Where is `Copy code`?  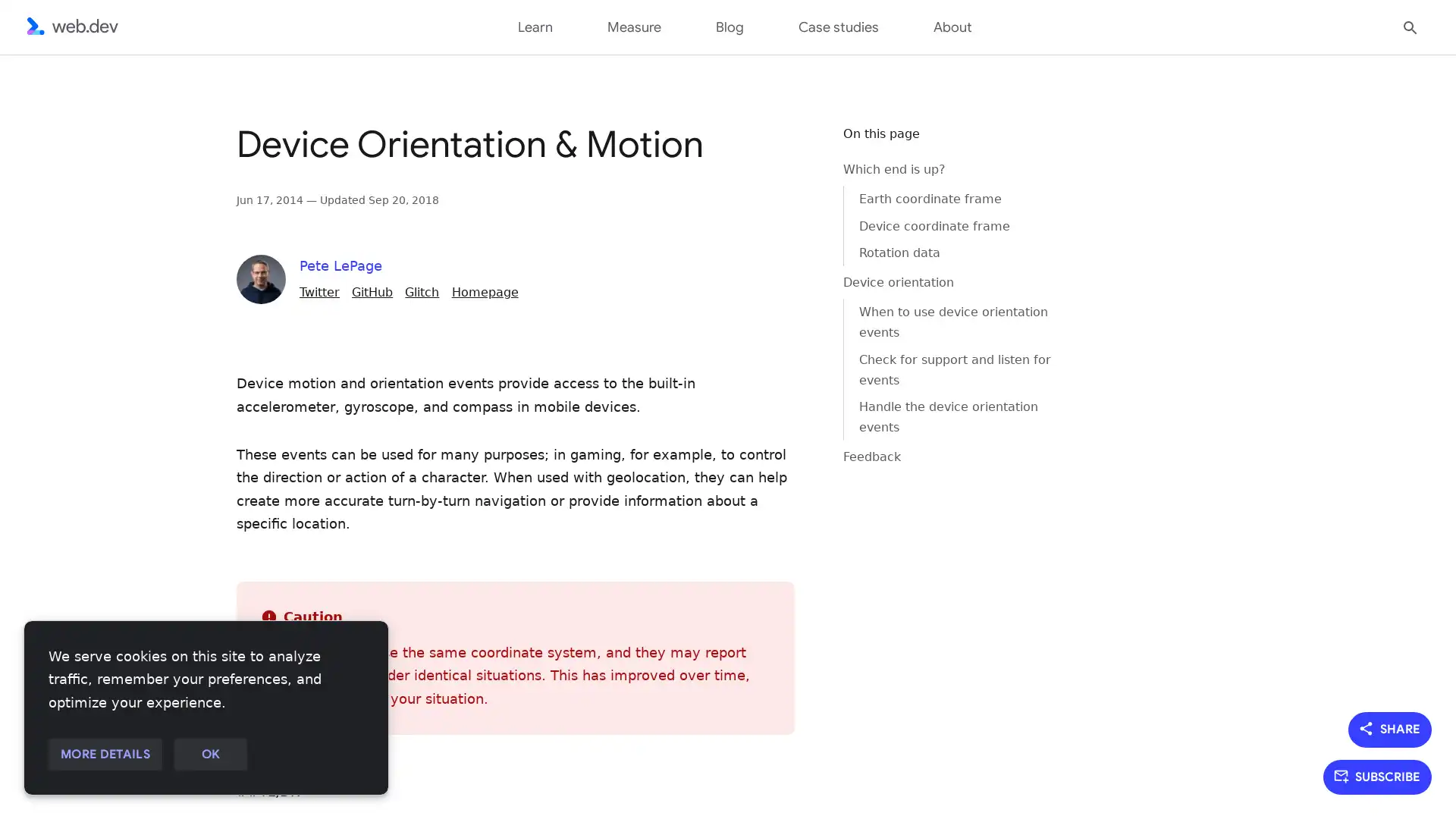
Copy code is located at coordinates (793, 146).